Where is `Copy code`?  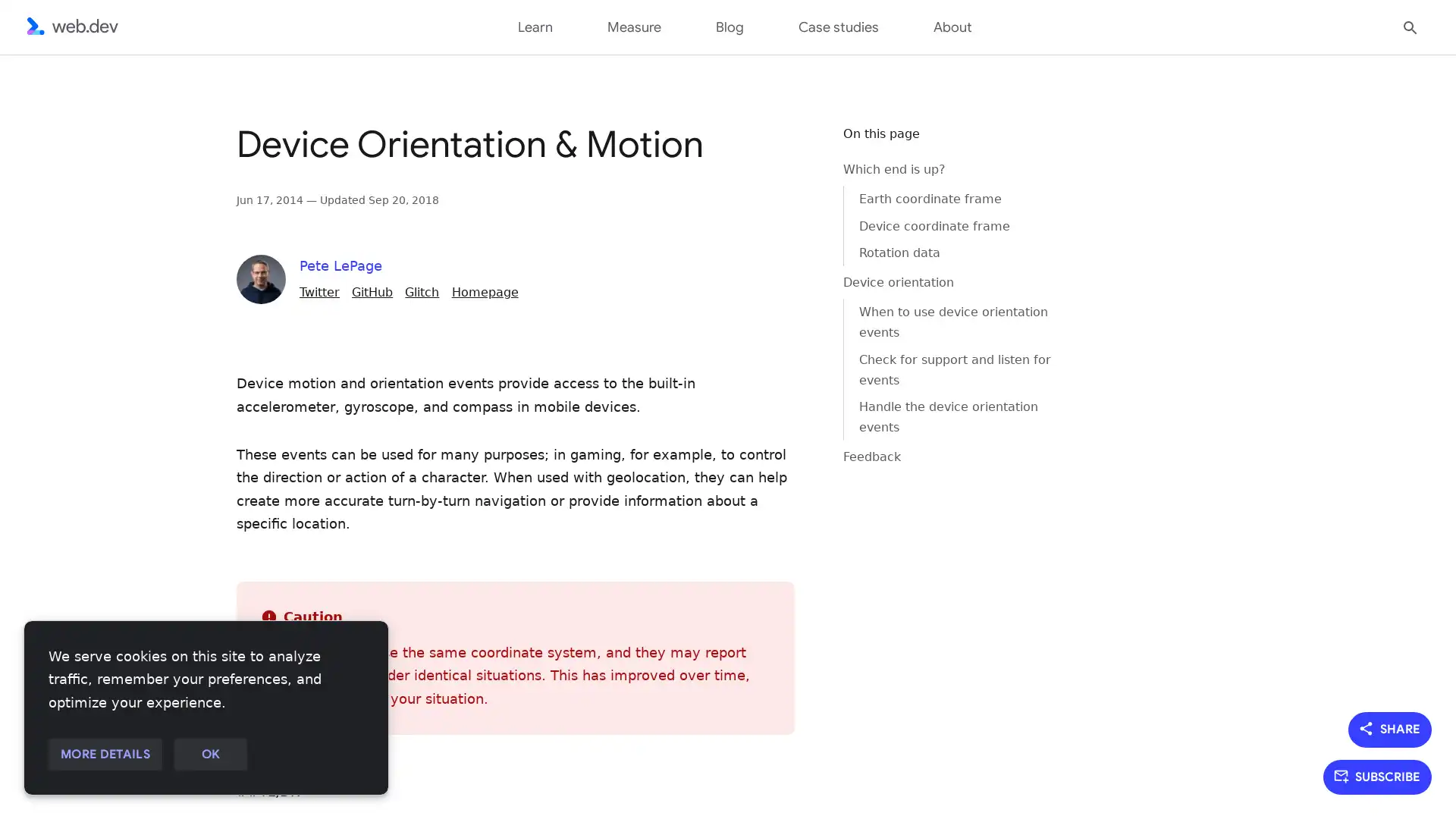
Copy code is located at coordinates (793, 146).